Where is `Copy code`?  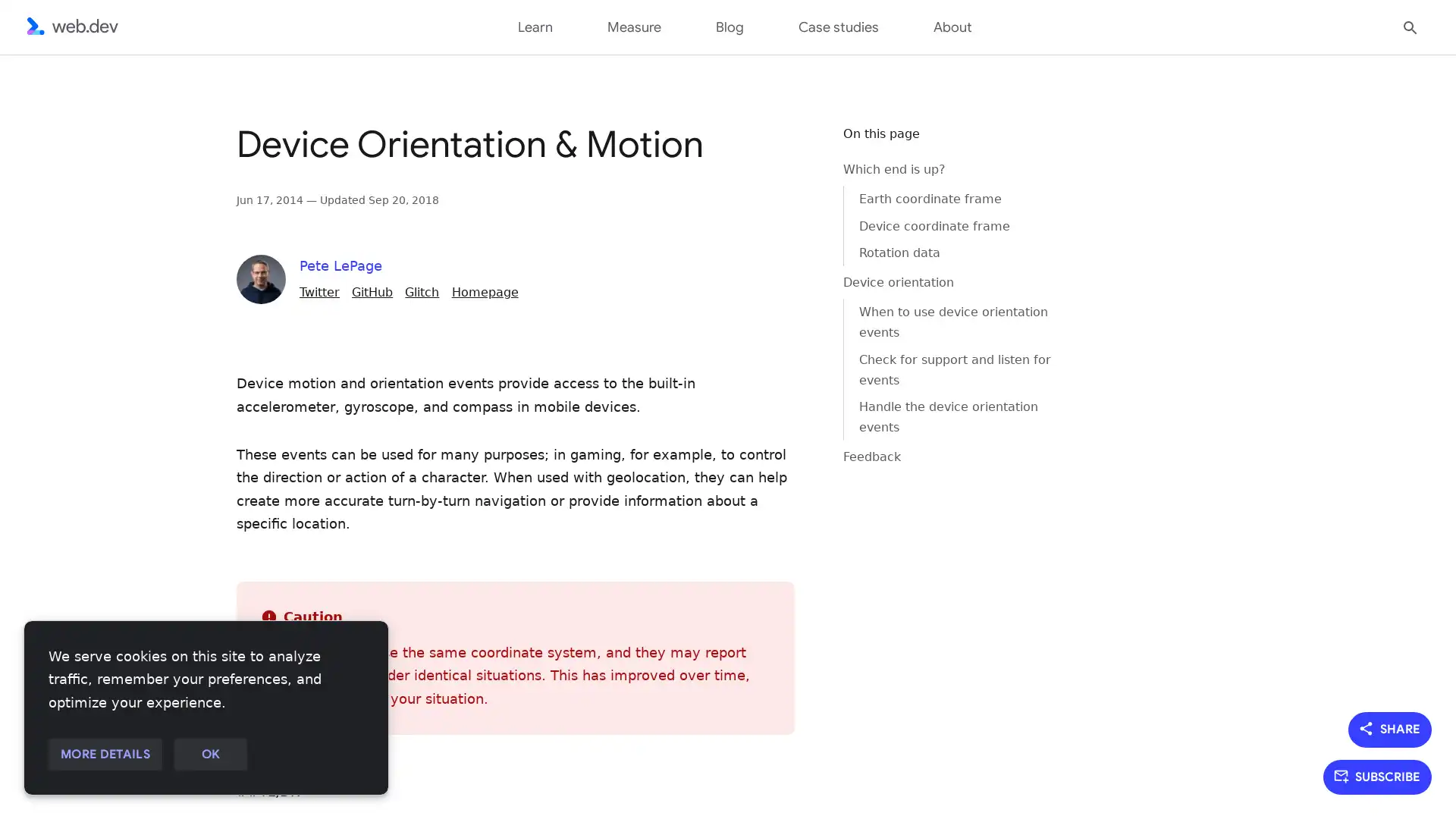
Copy code is located at coordinates (793, 146).